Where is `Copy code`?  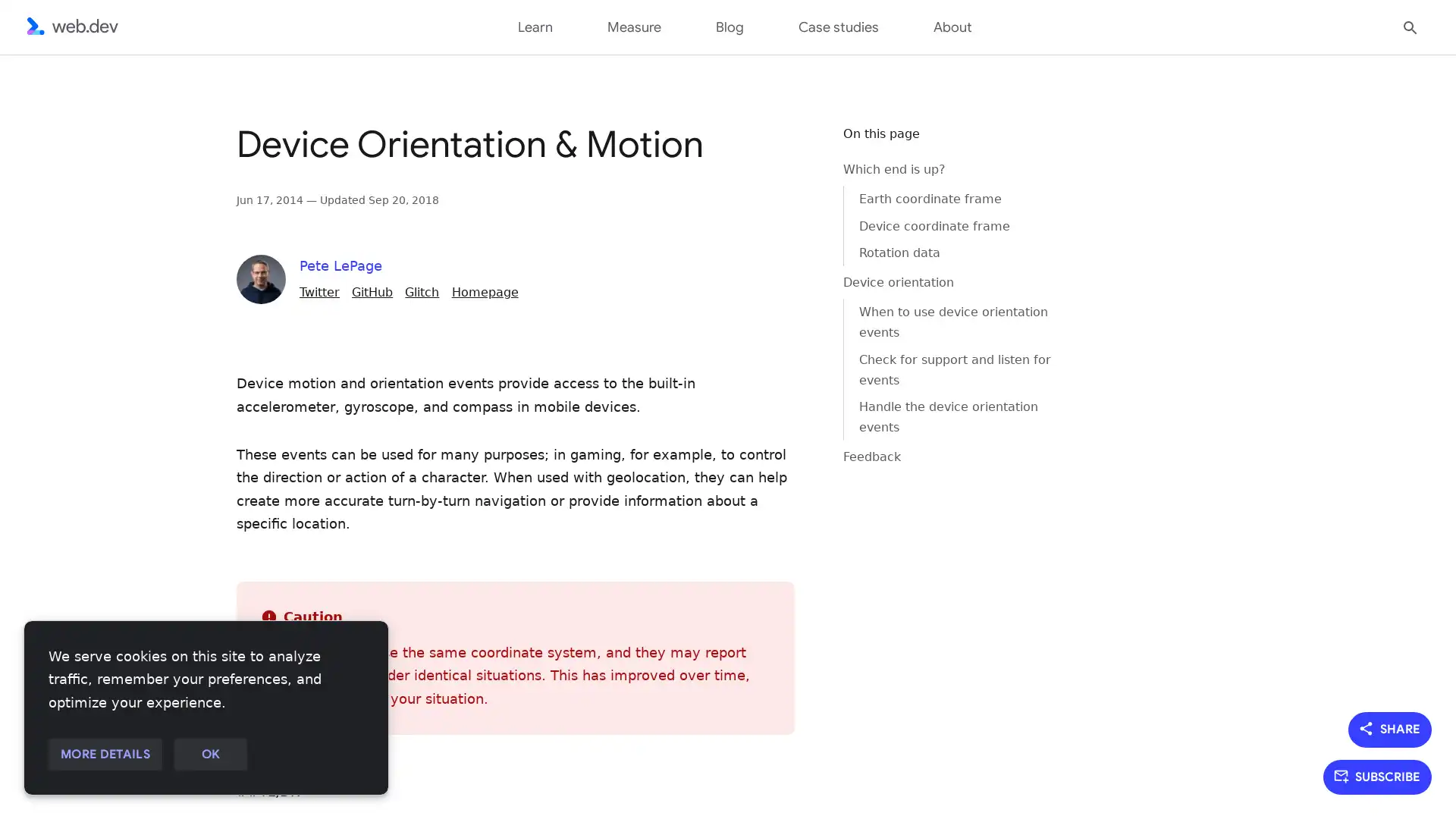
Copy code is located at coordinates (793, 146).